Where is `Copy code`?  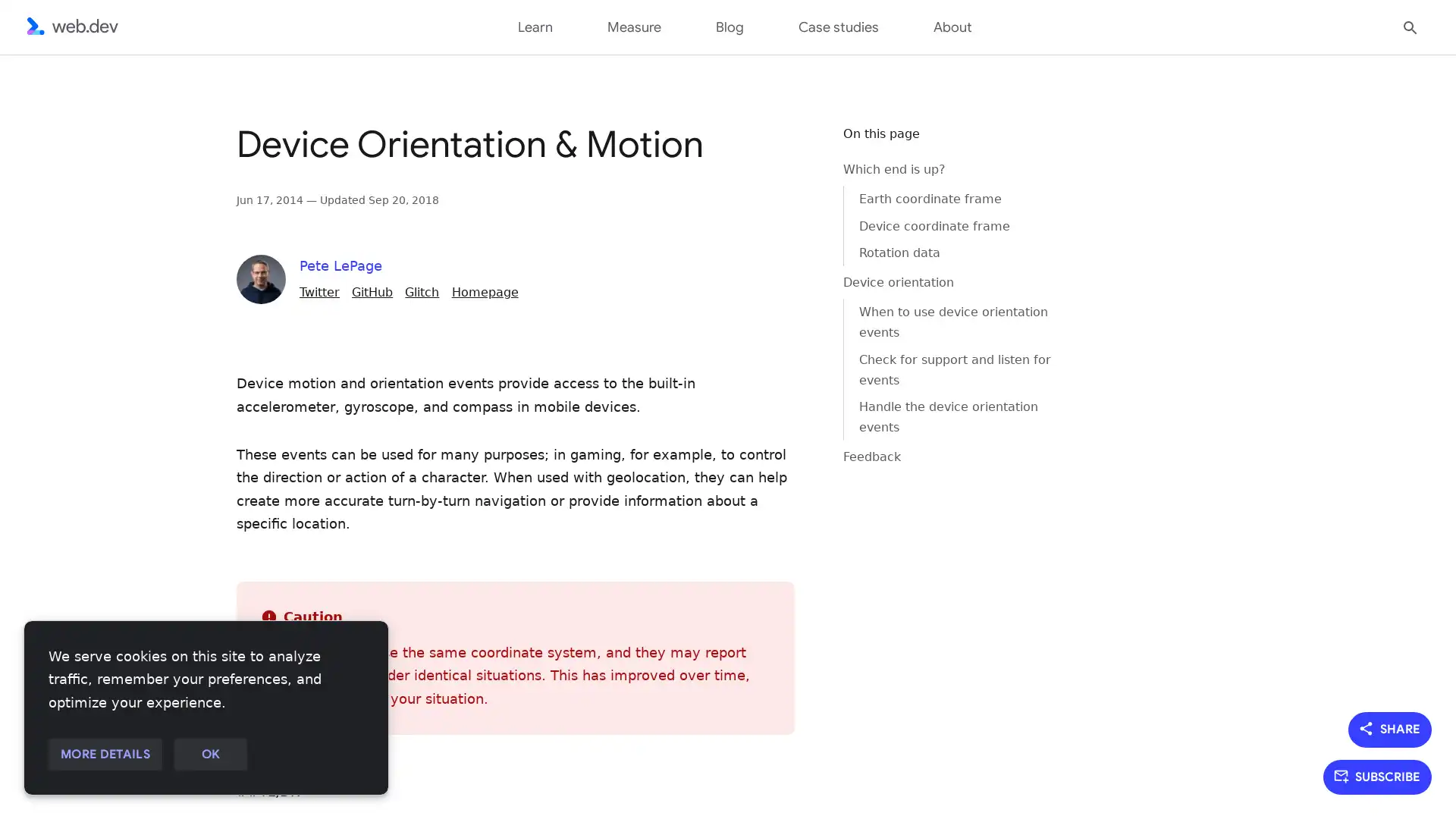
Copy code is located at coordinates (793, 146).